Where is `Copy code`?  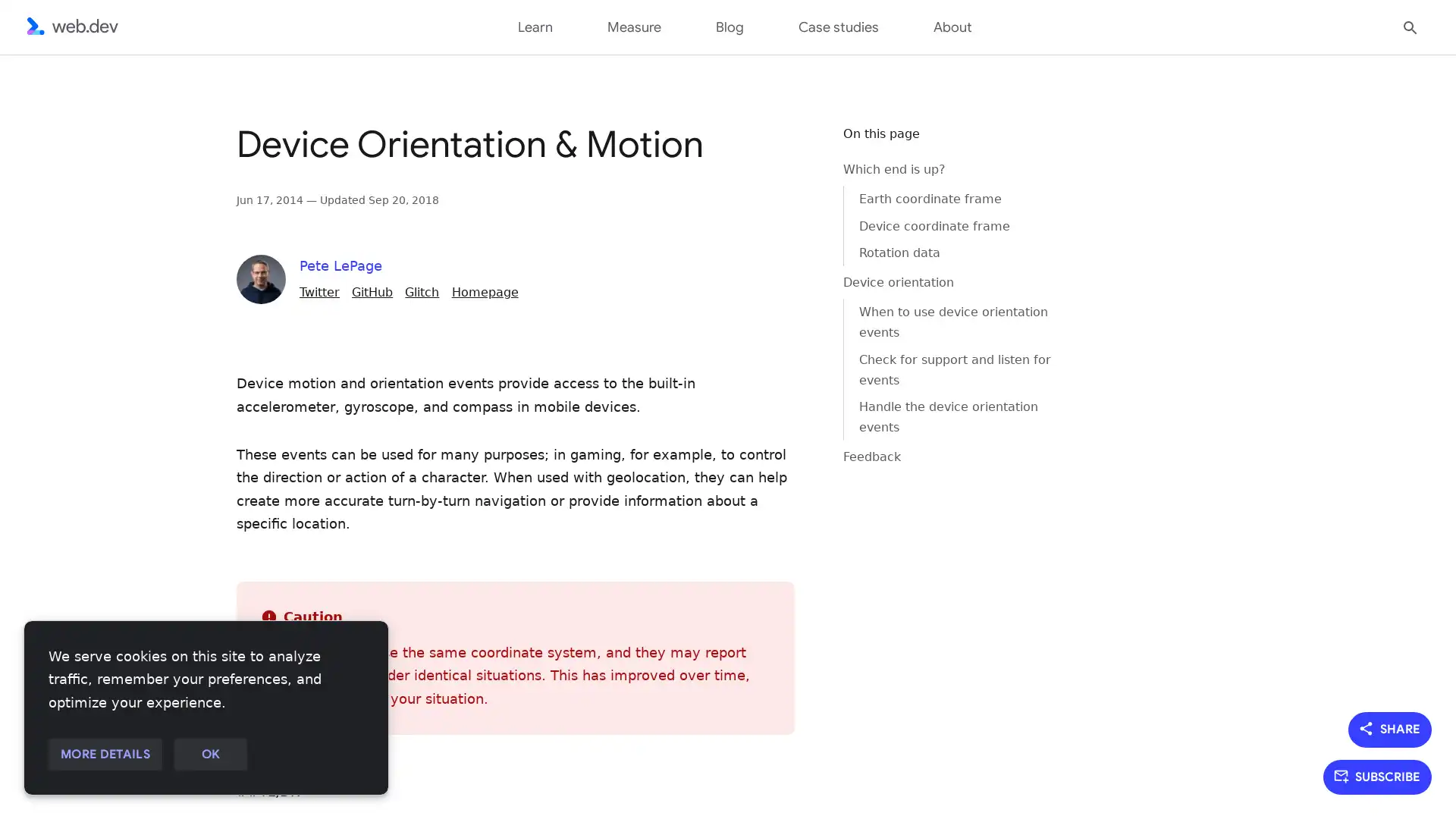
Copy code is located at coordinates (793, 146).